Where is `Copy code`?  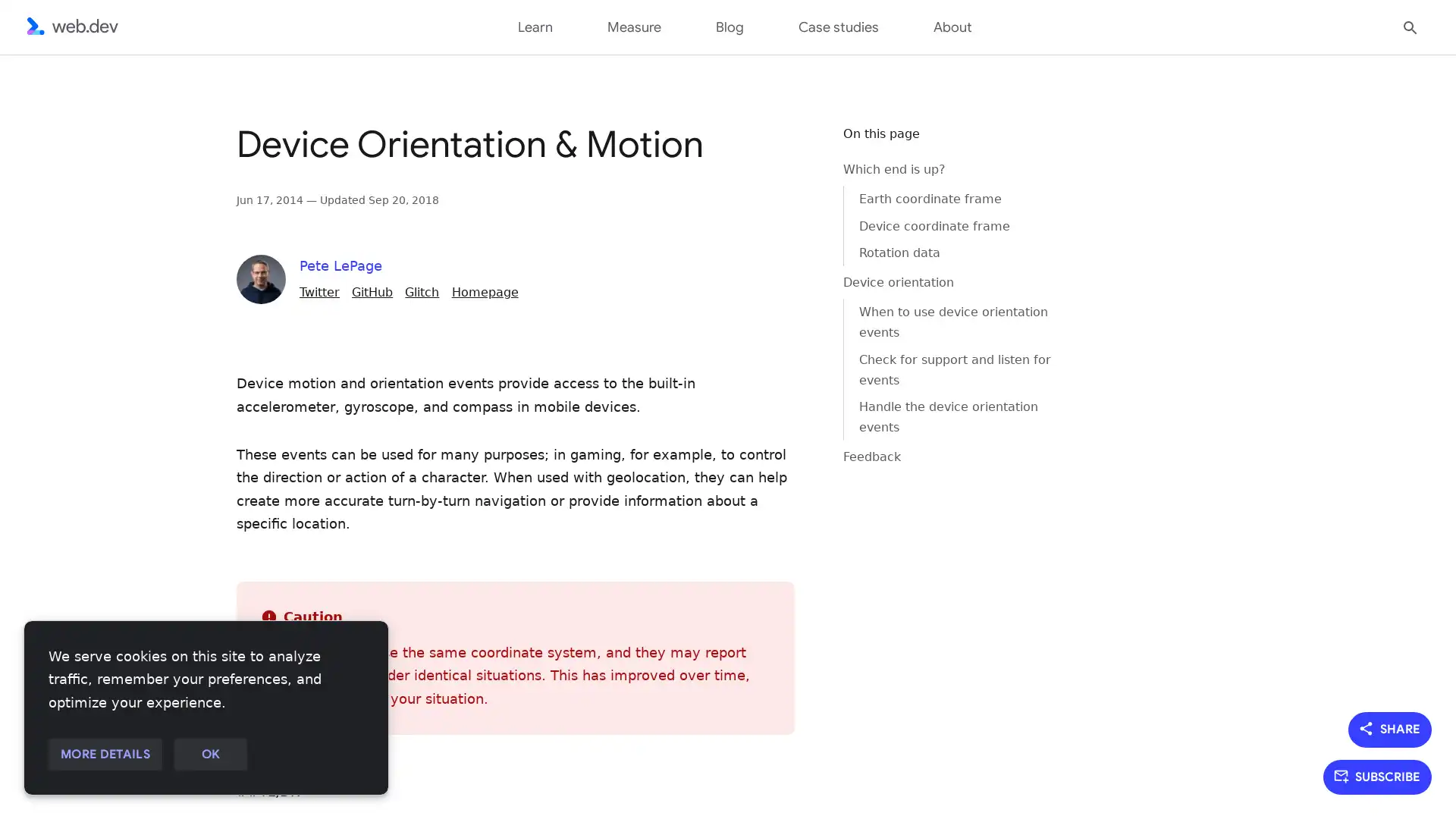
Copy code is located at coordinates (793, 146).